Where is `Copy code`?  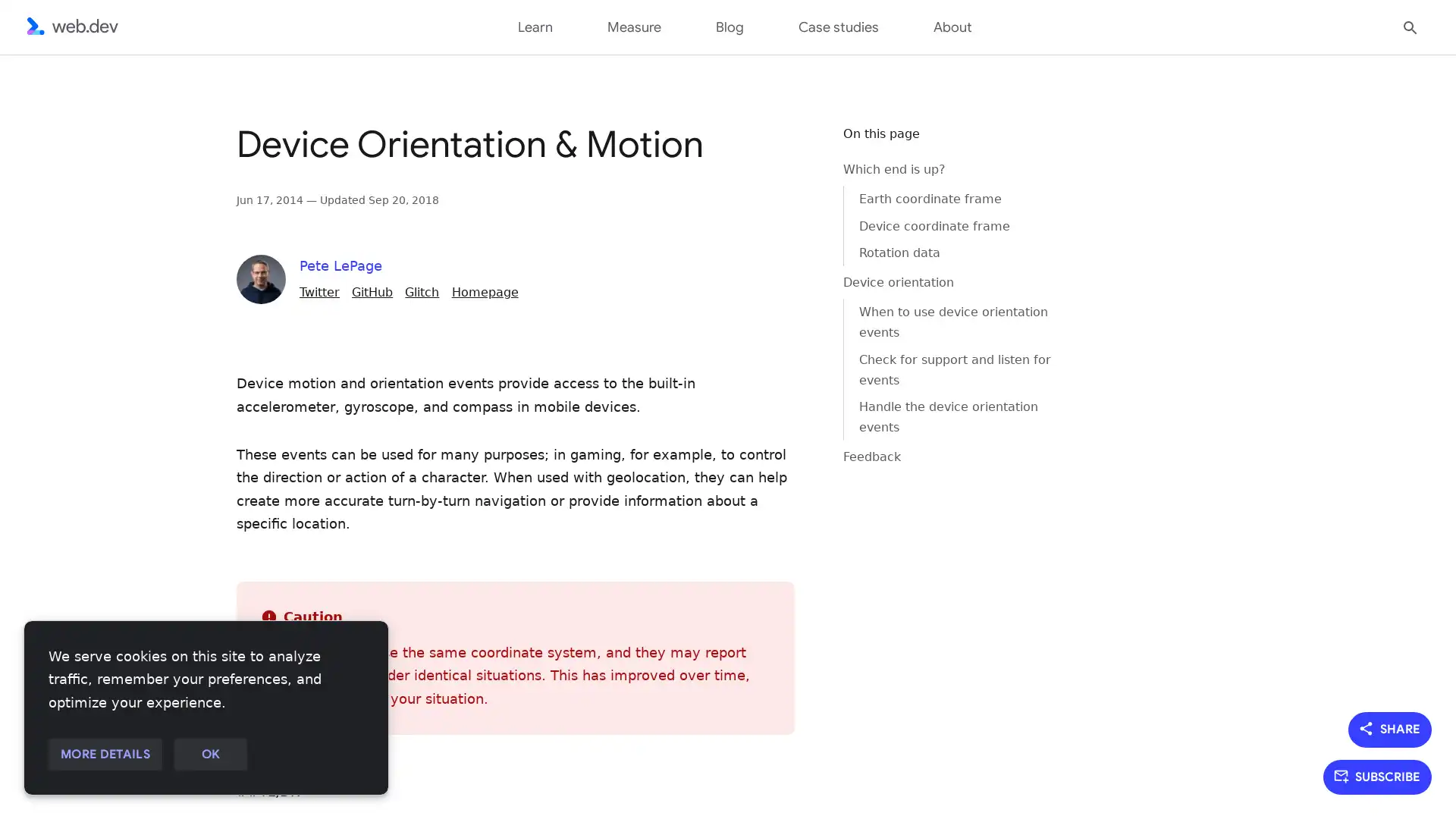
Copy code is located at coordinates (793, 146).